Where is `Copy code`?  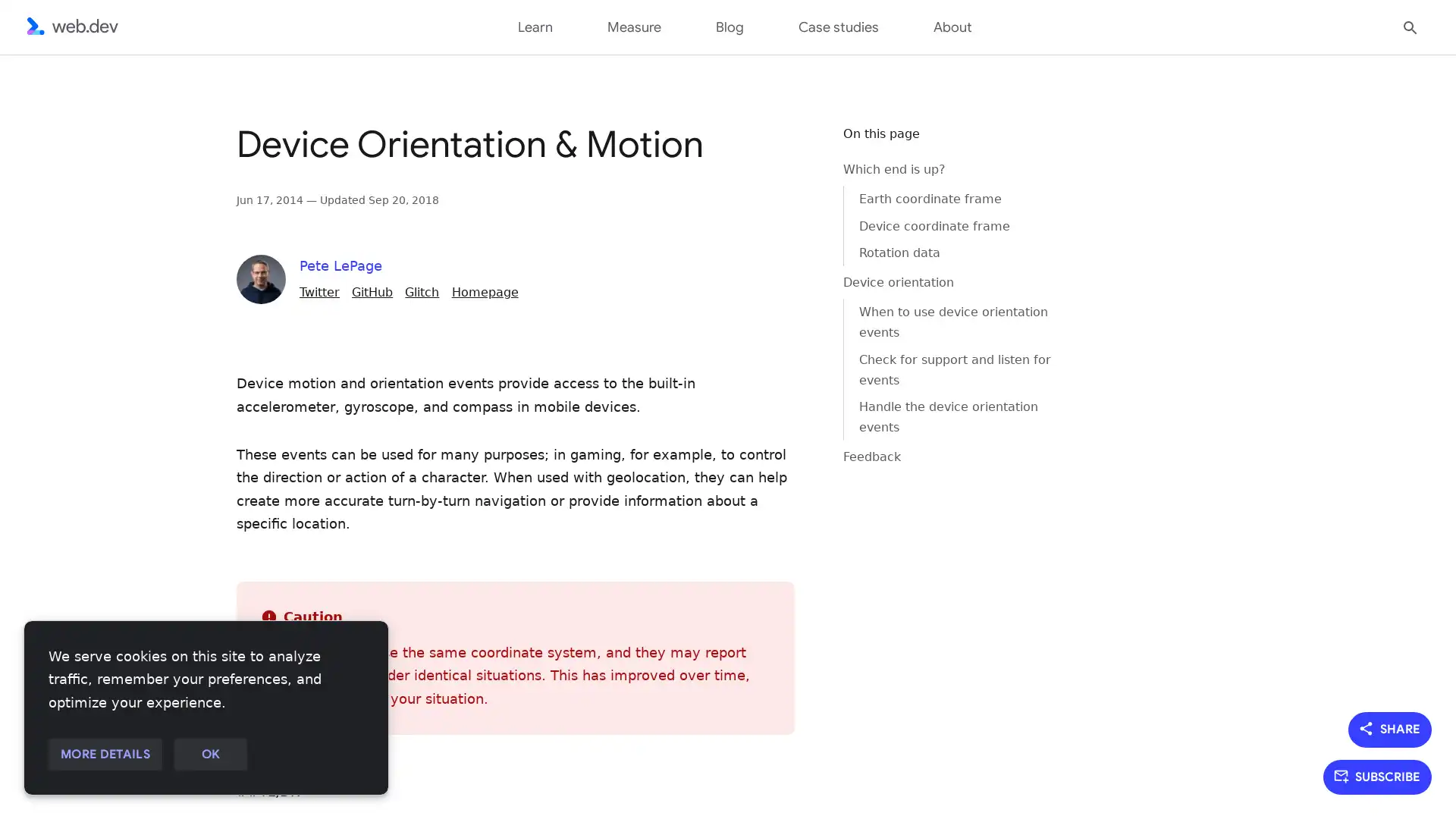
Copy code is located at coordinates (793, 146).